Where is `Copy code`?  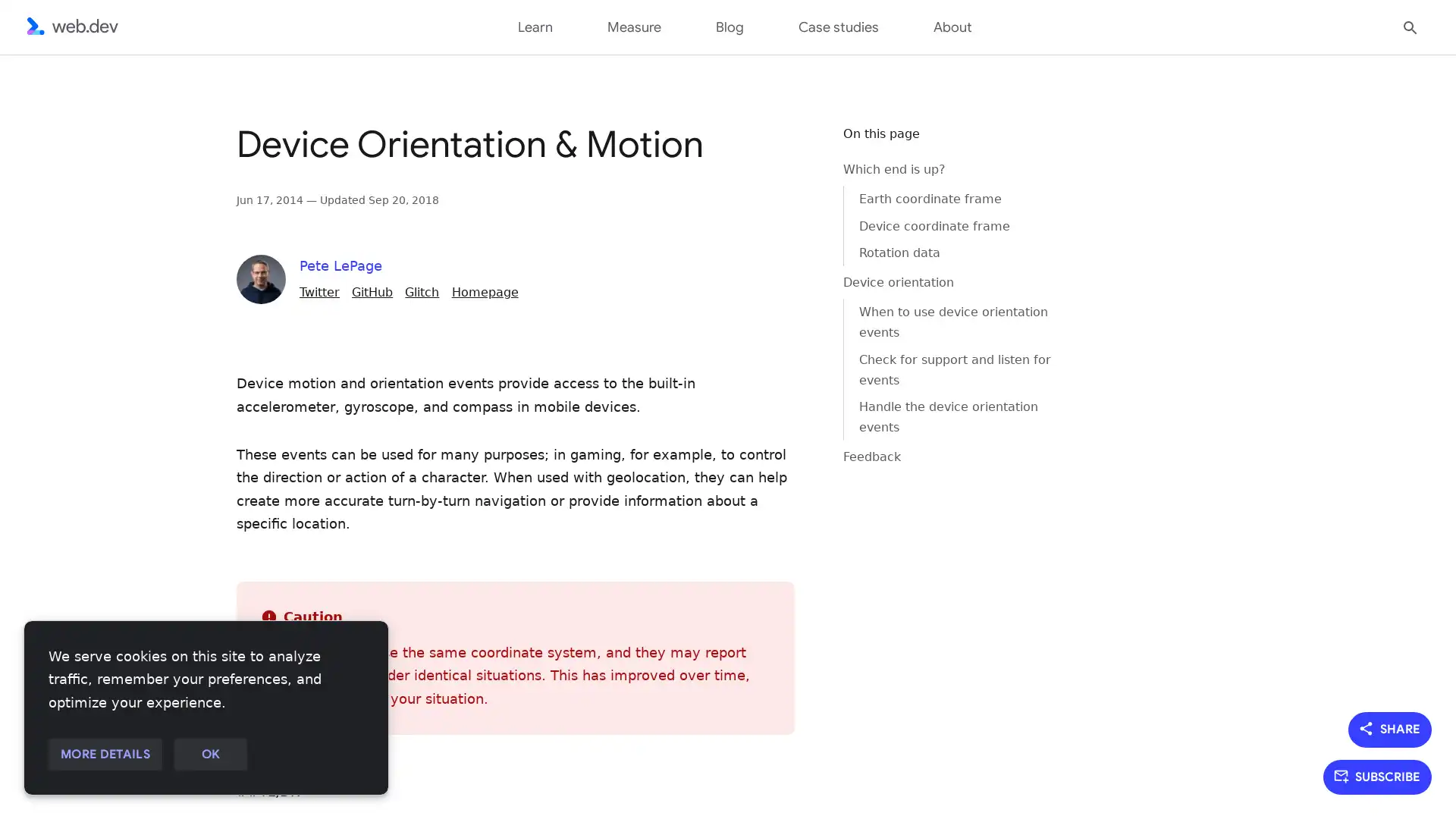
Copy code is located at coordinates (793, 146).